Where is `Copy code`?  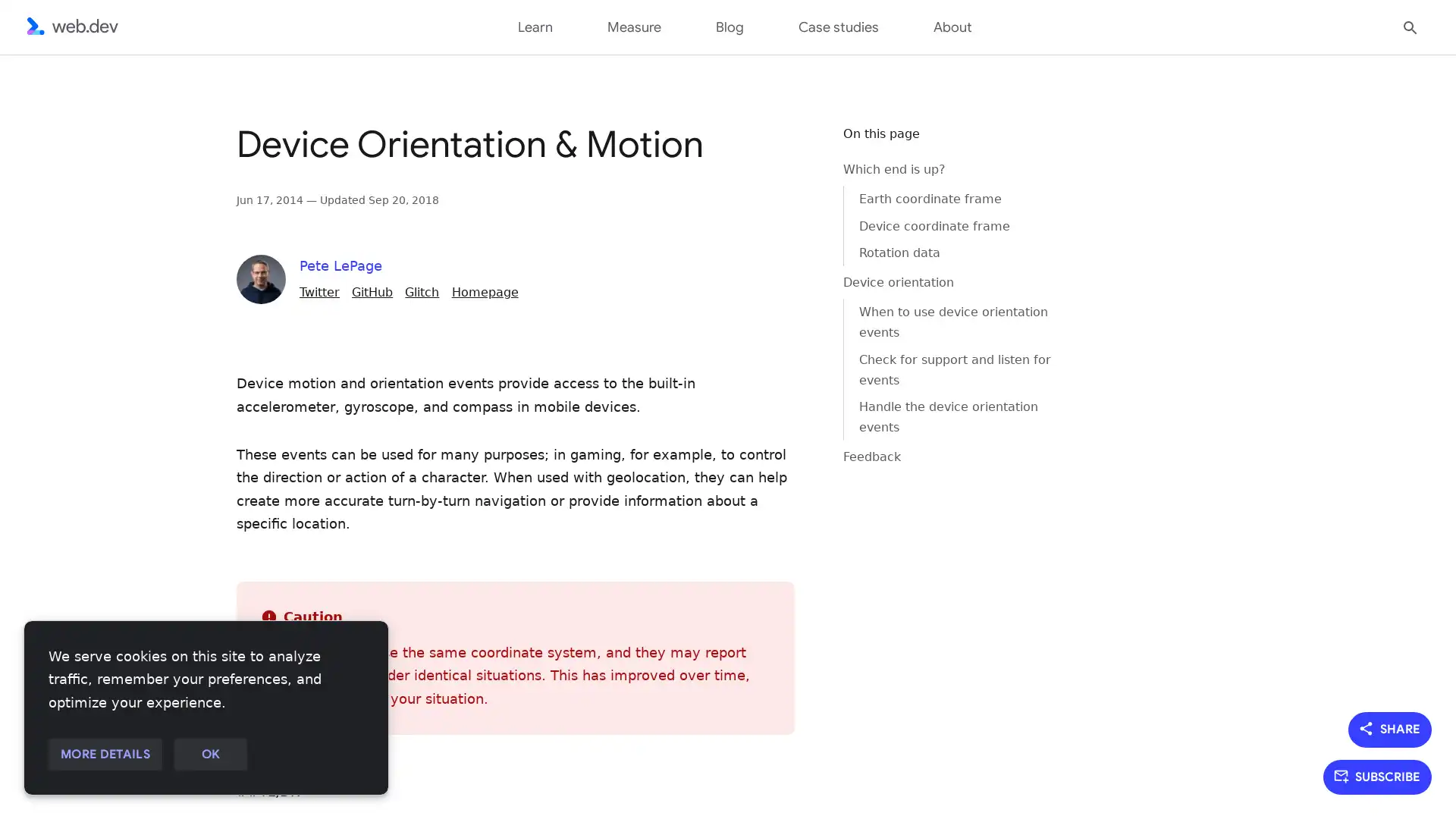
Copy code is located at coordinates (793, 146).